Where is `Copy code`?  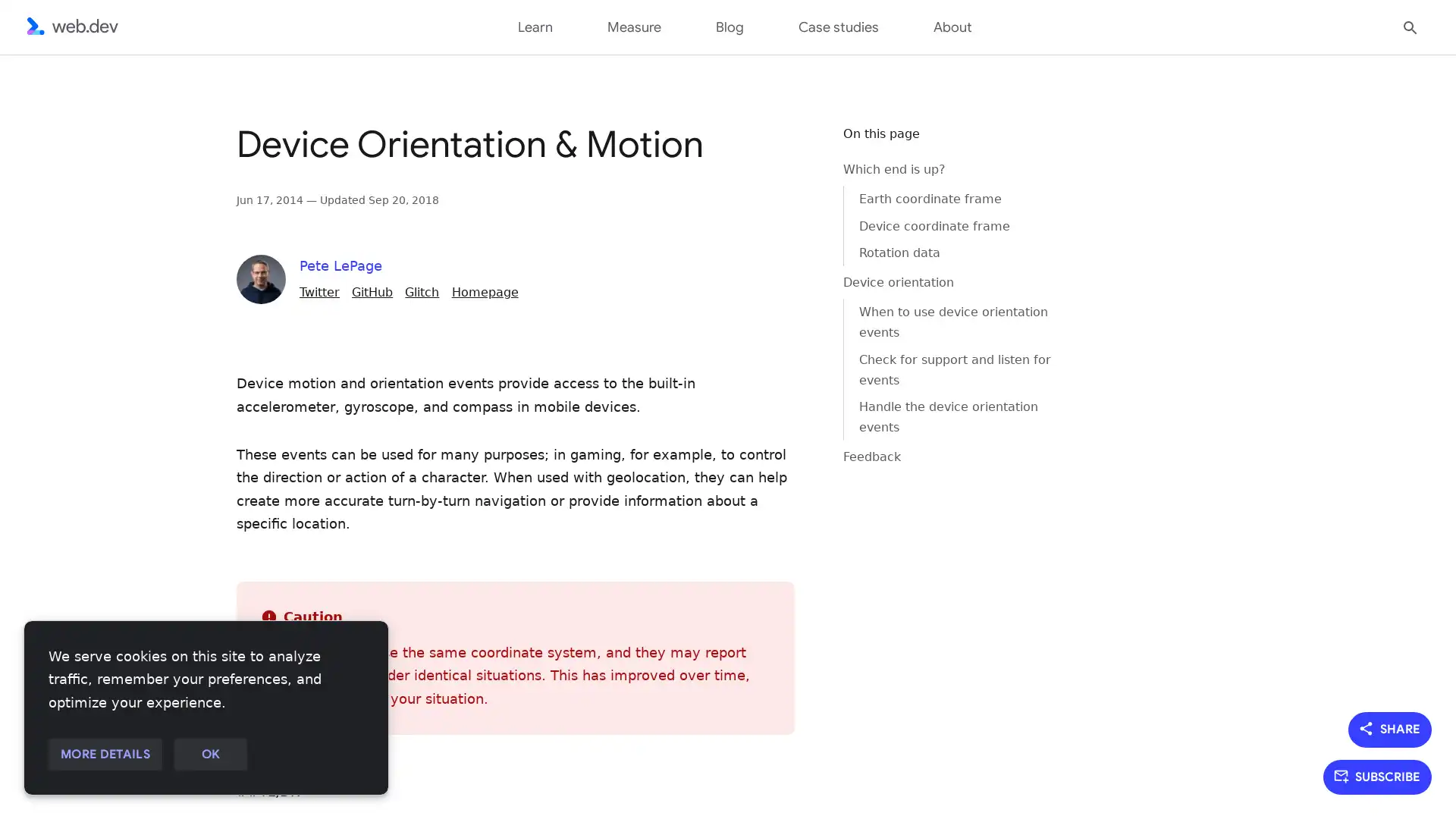
Copy code is located at coordinates (793, 146).